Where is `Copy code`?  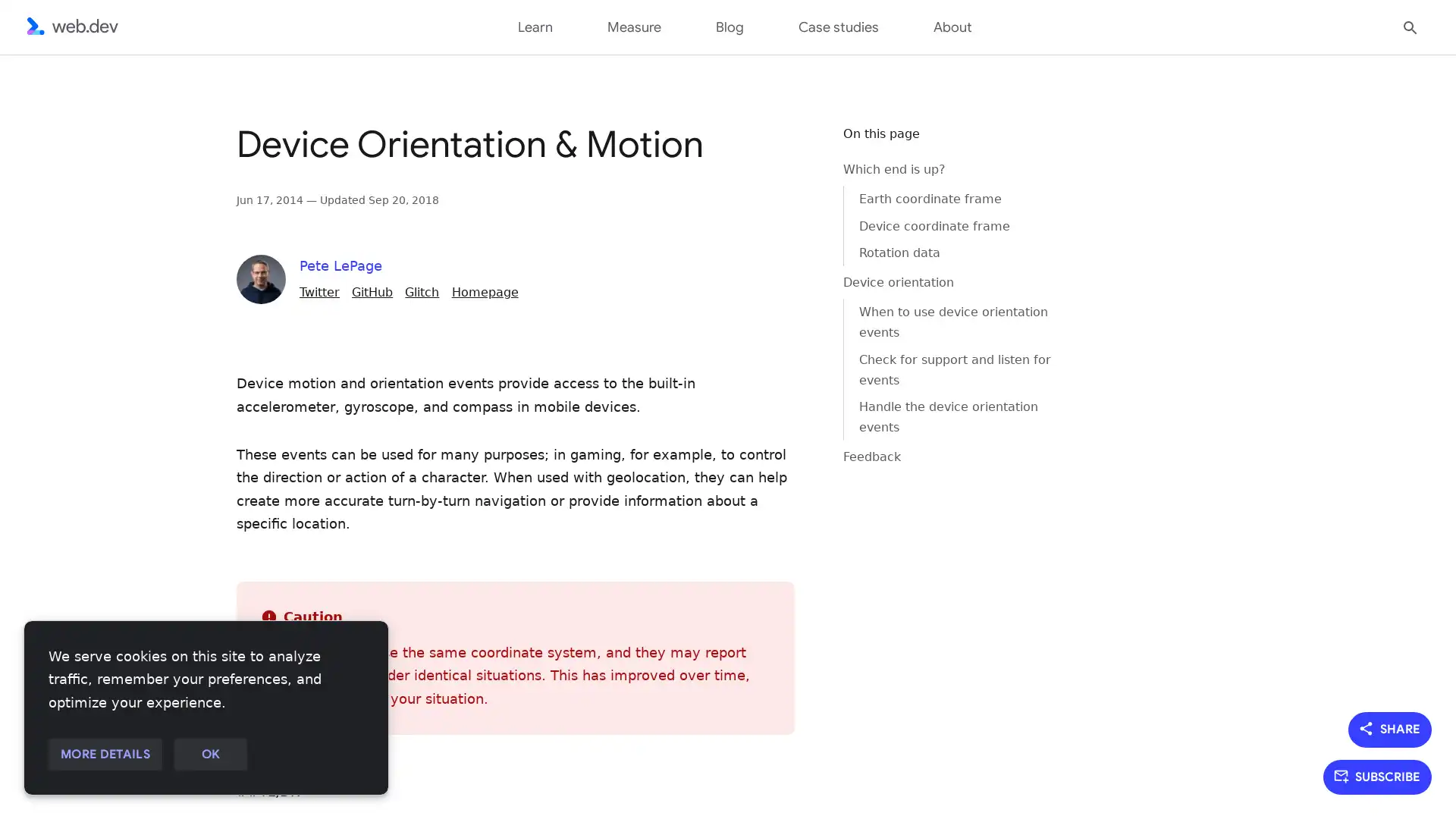
Copy code is located at coordinates (793, 146).